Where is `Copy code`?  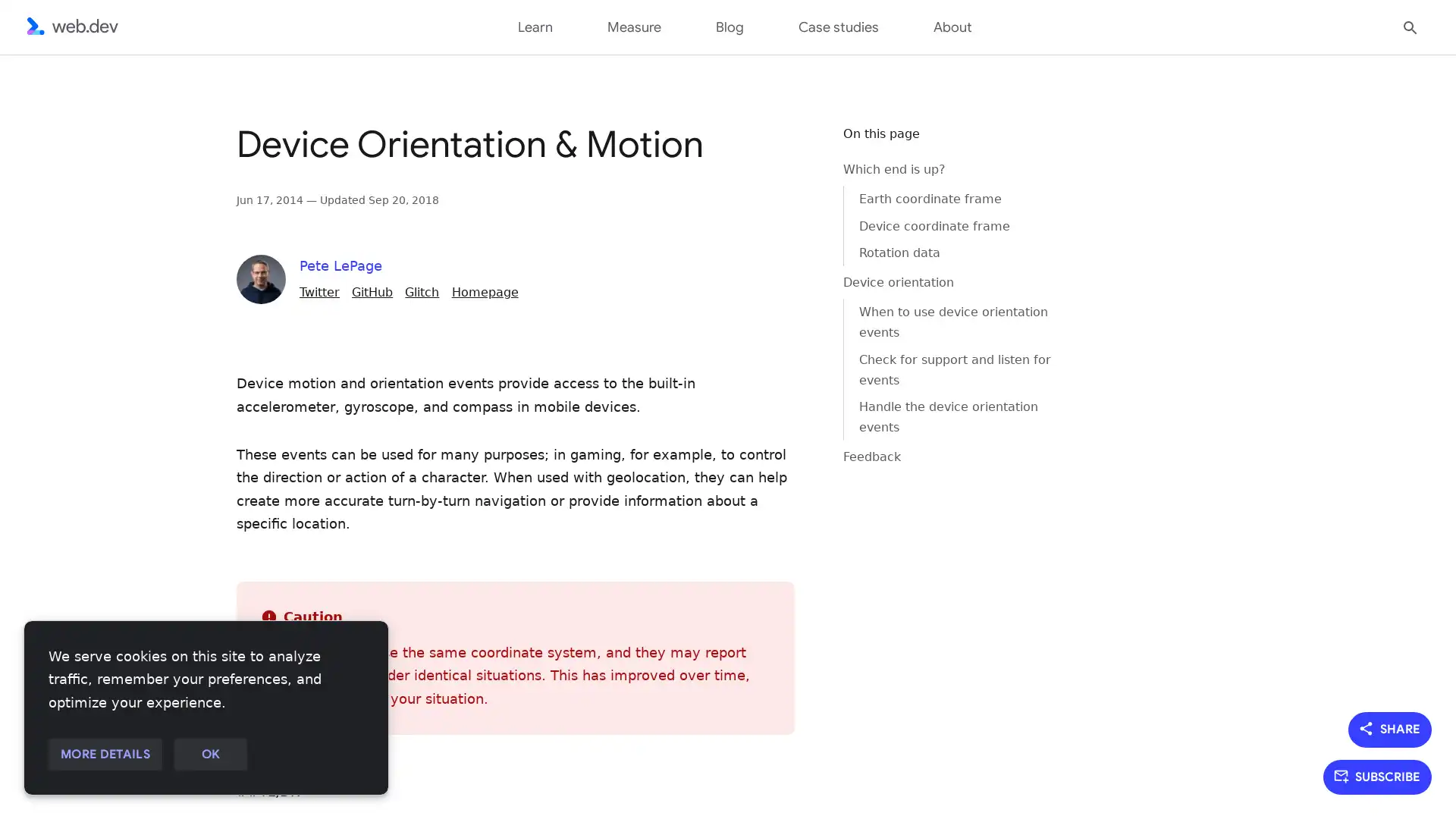
Copy code is located at coordinates (793, 146).